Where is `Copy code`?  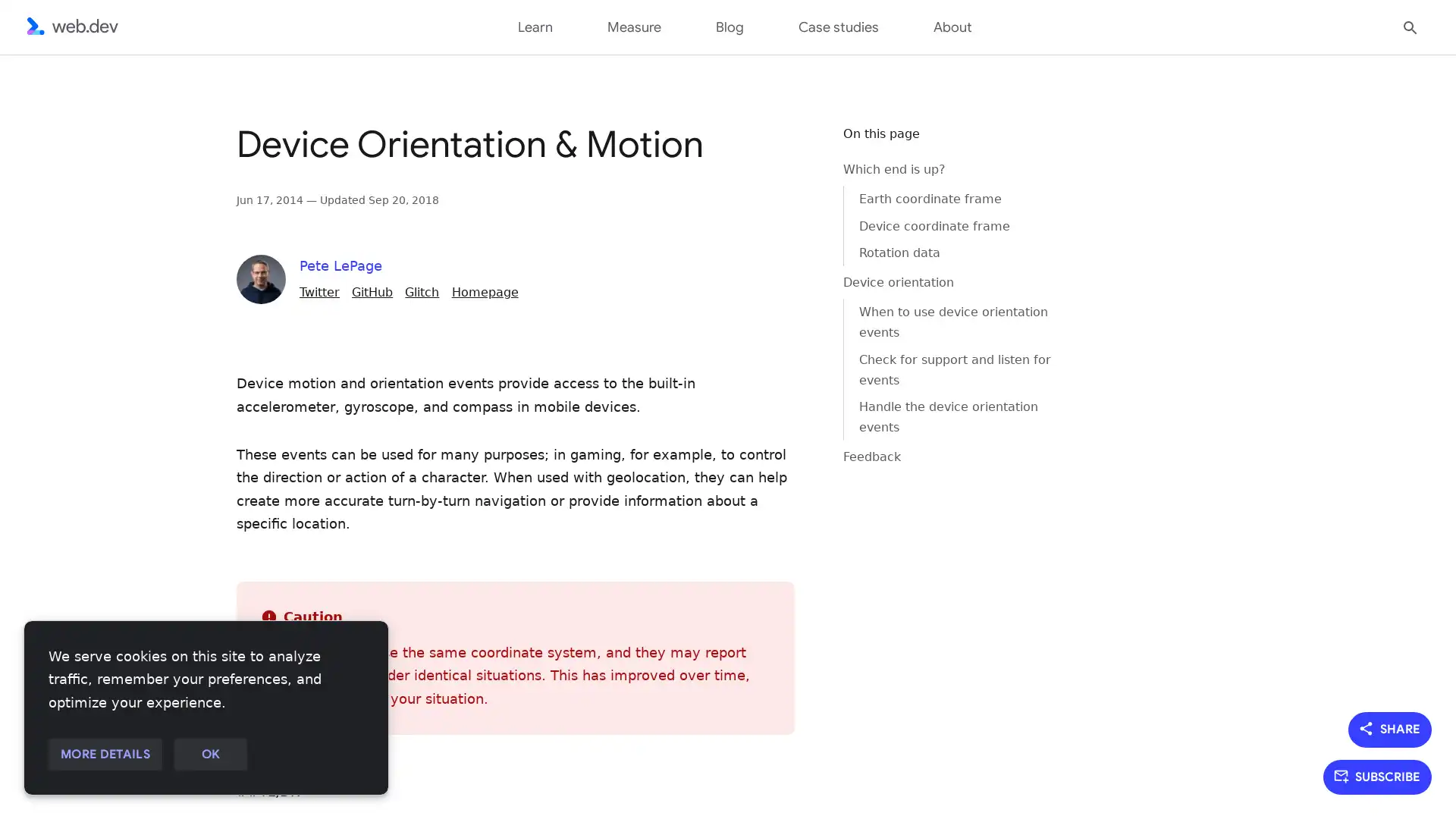
Copy code is located at coordinates (793, 146).